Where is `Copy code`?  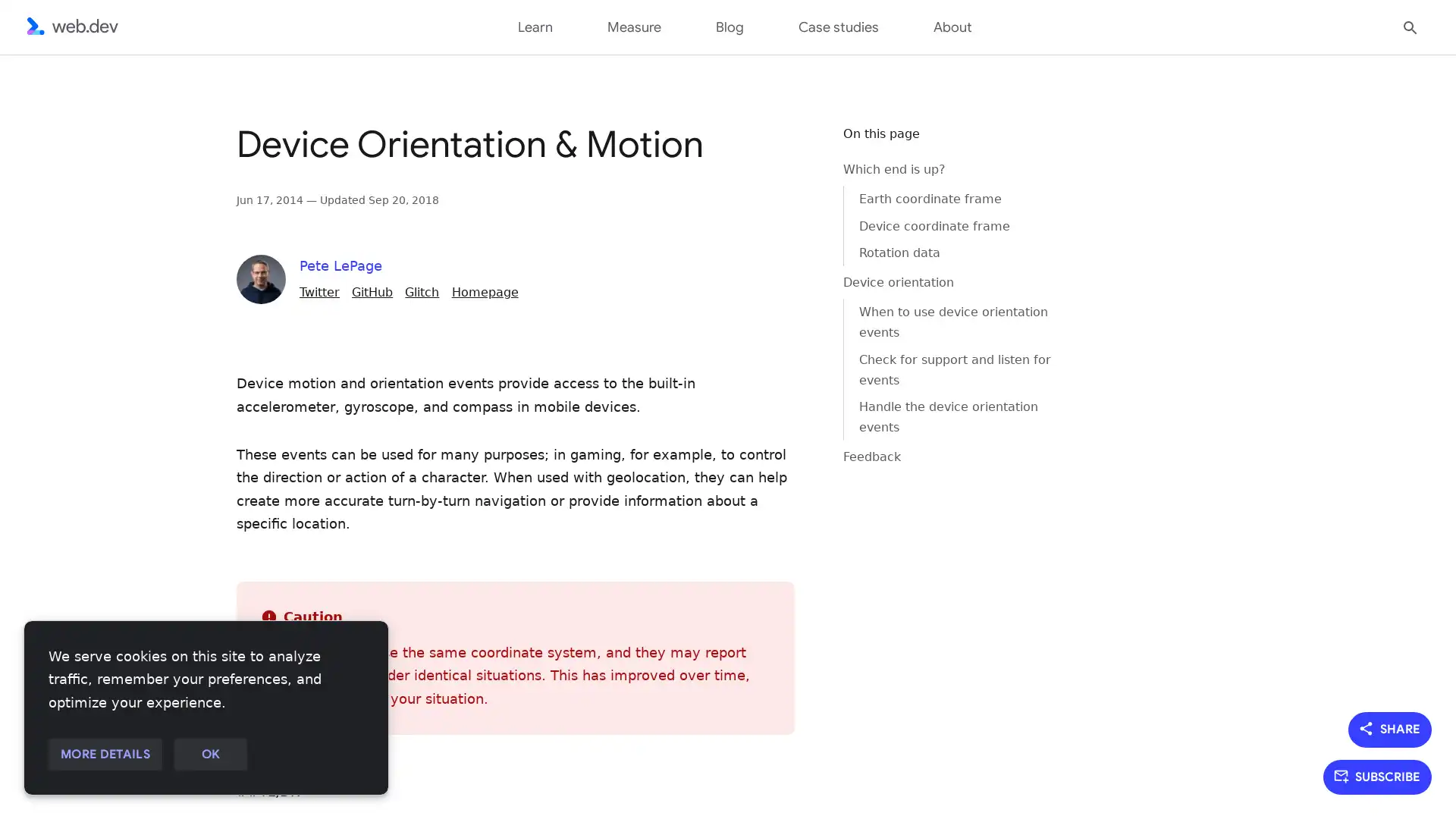
Copy code is located at coordinates (793, 146).